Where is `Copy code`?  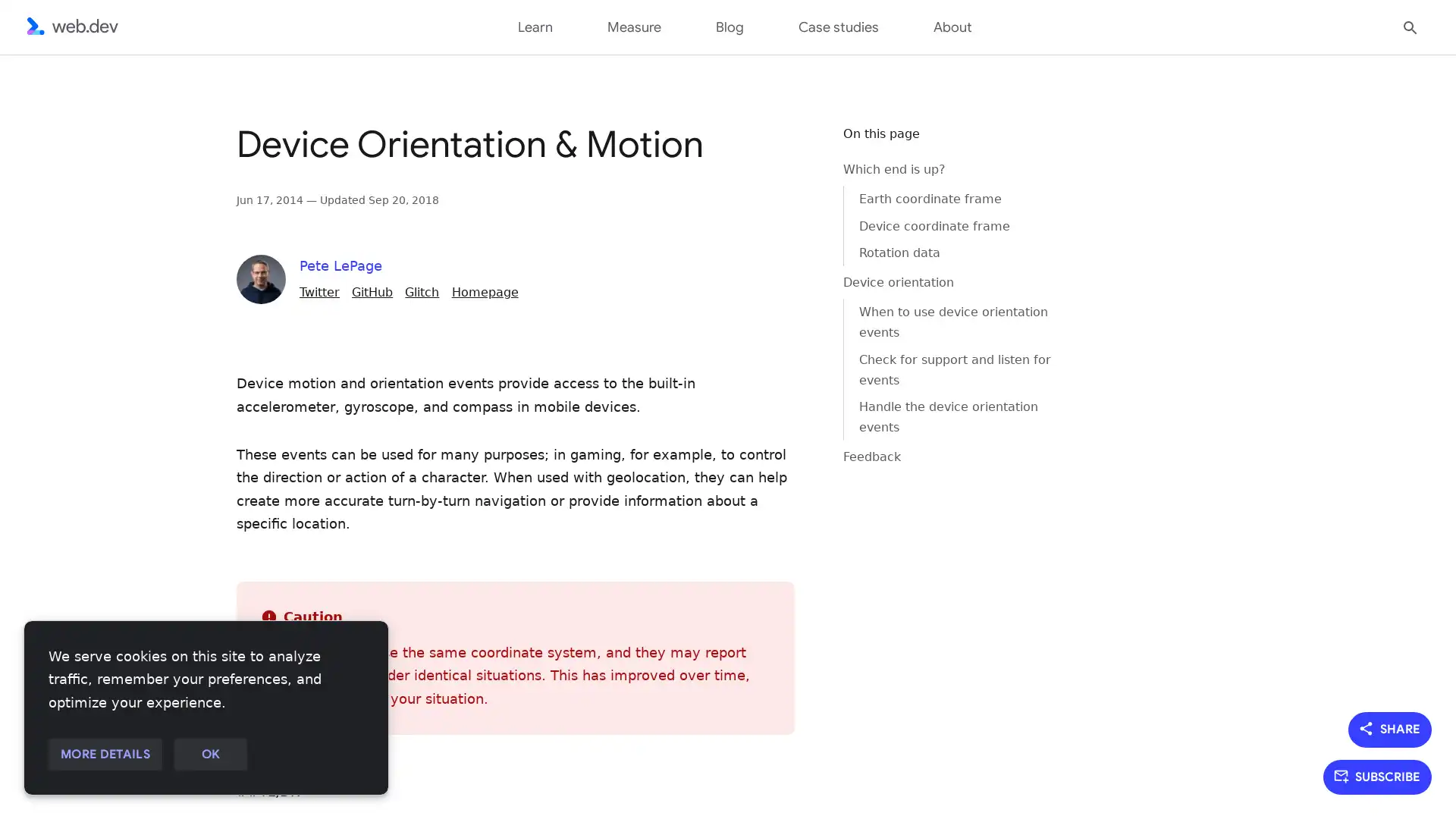
Copy code is located at coordinates (793, 146).